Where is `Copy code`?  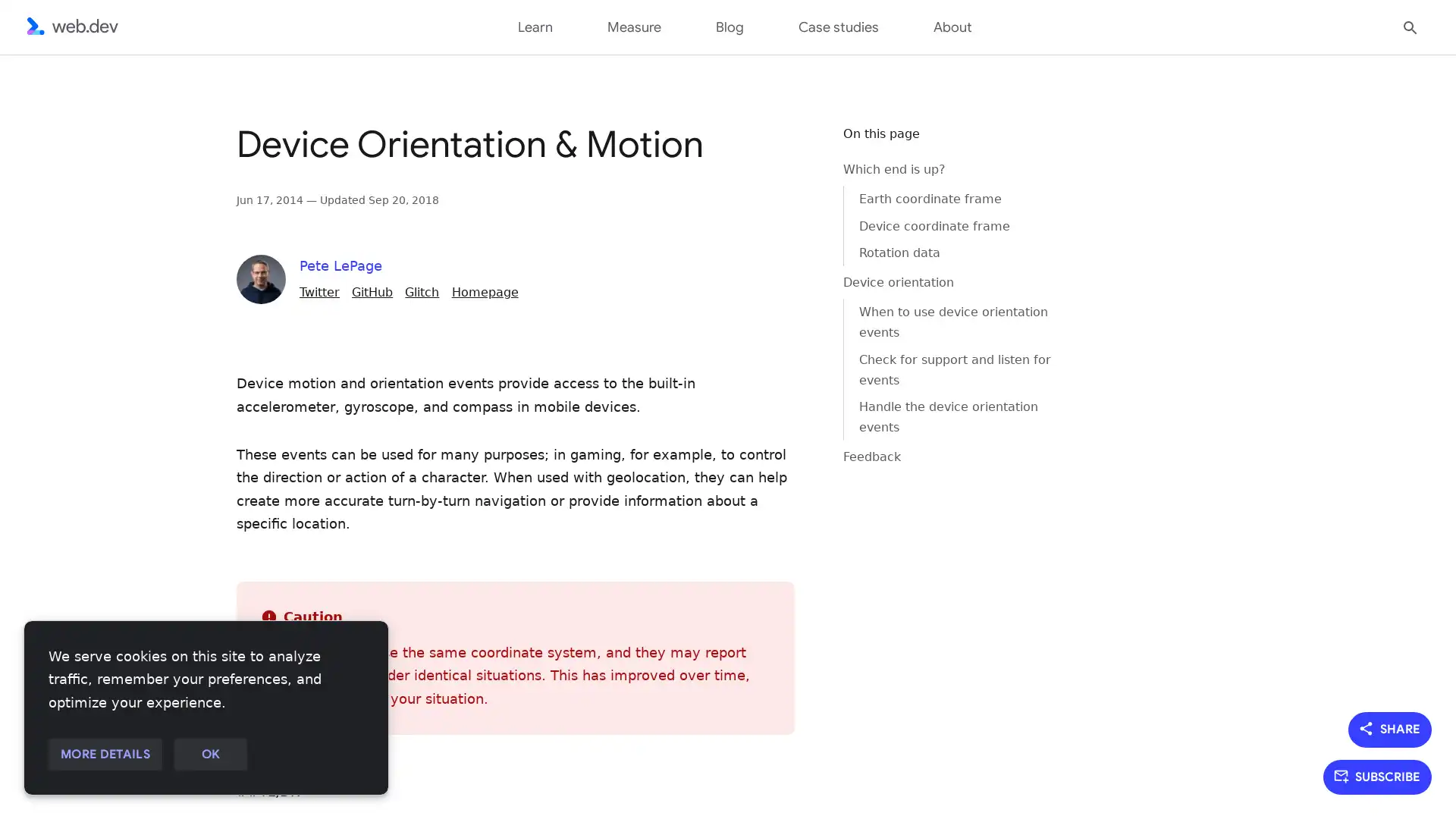
Copy code is located at coordinates (793, 146).